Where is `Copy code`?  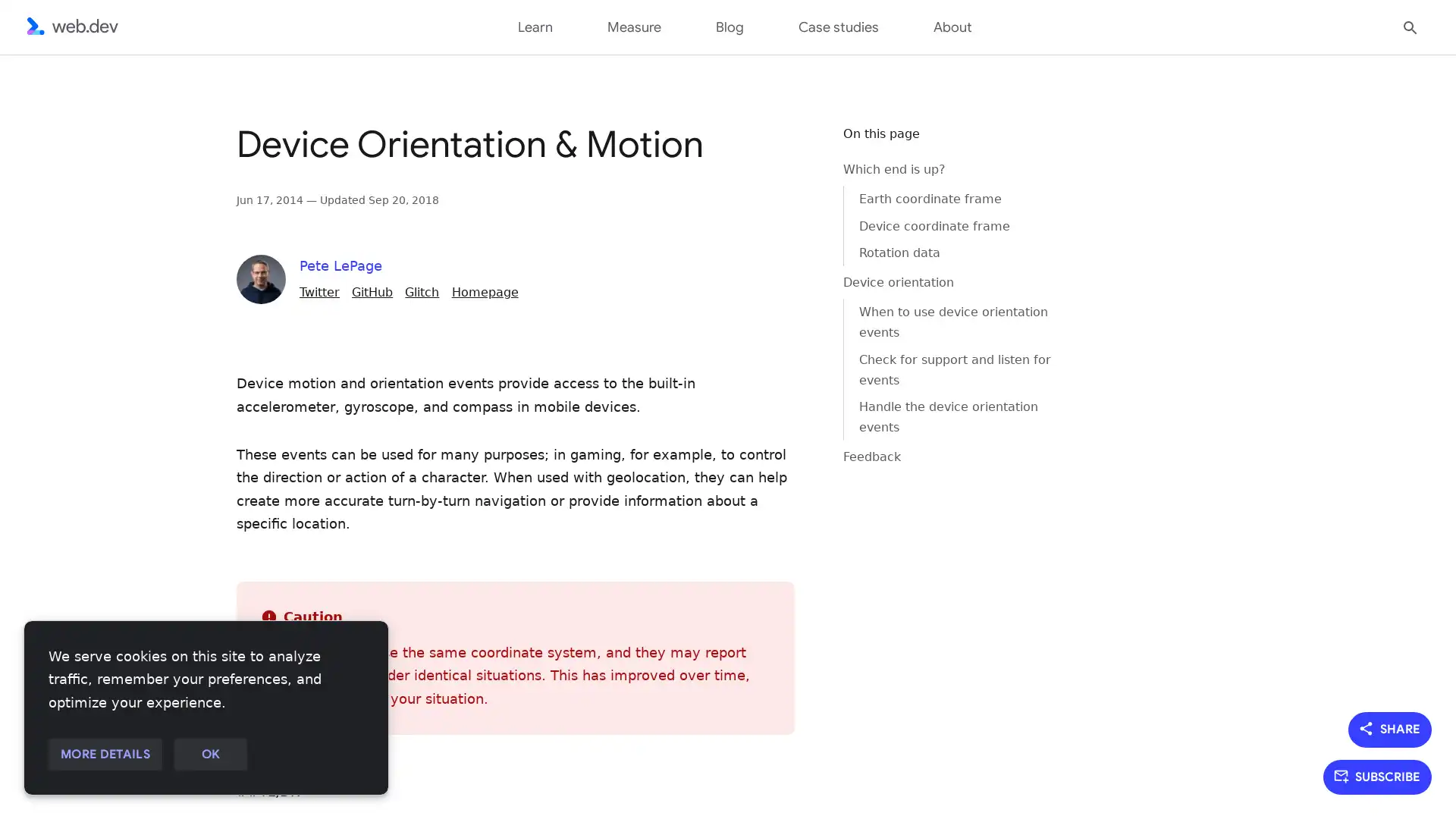
Copy code is located at coordinates (793, 146).